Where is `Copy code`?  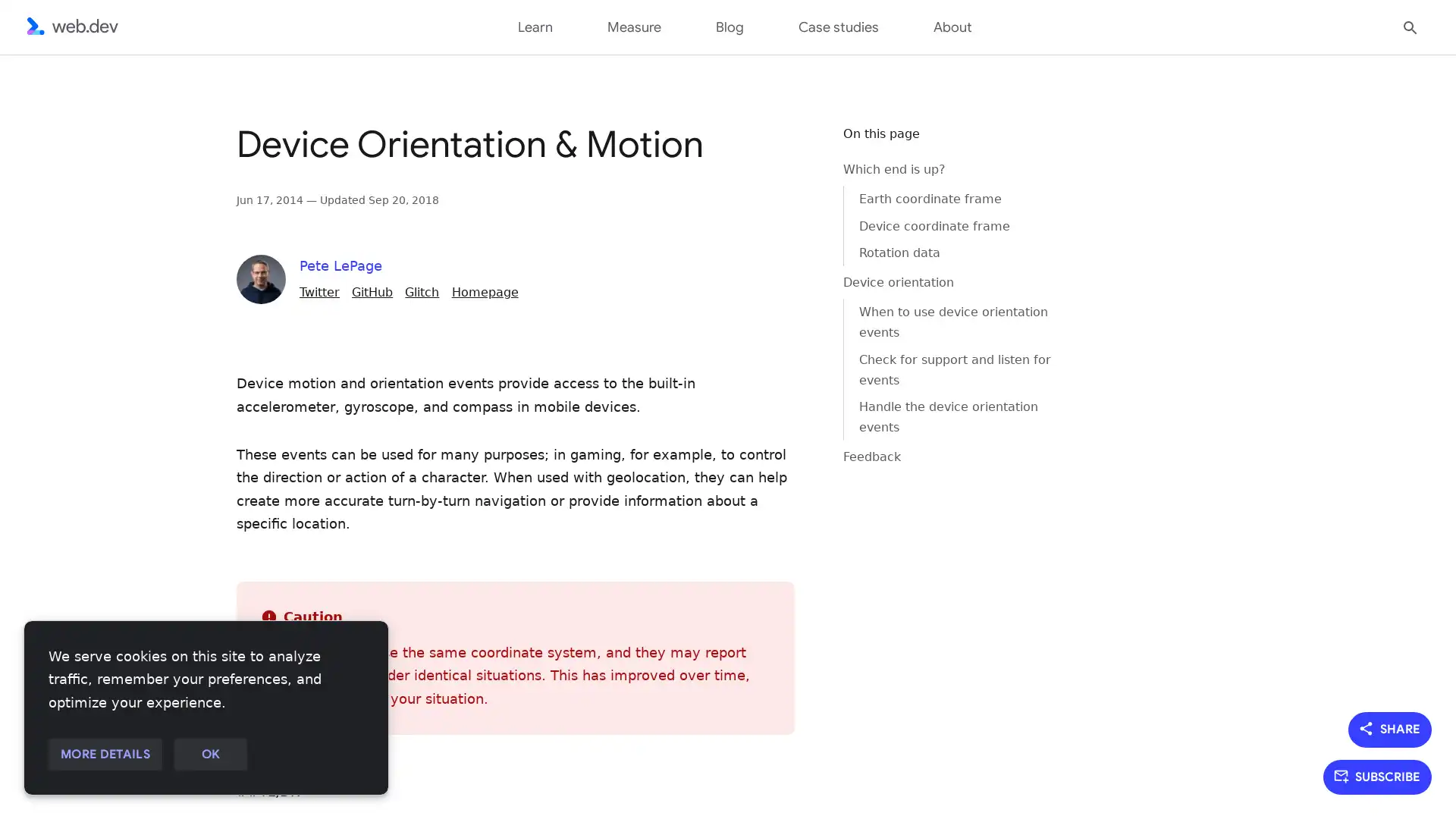
Copy code is located at coordinates (793, 146).